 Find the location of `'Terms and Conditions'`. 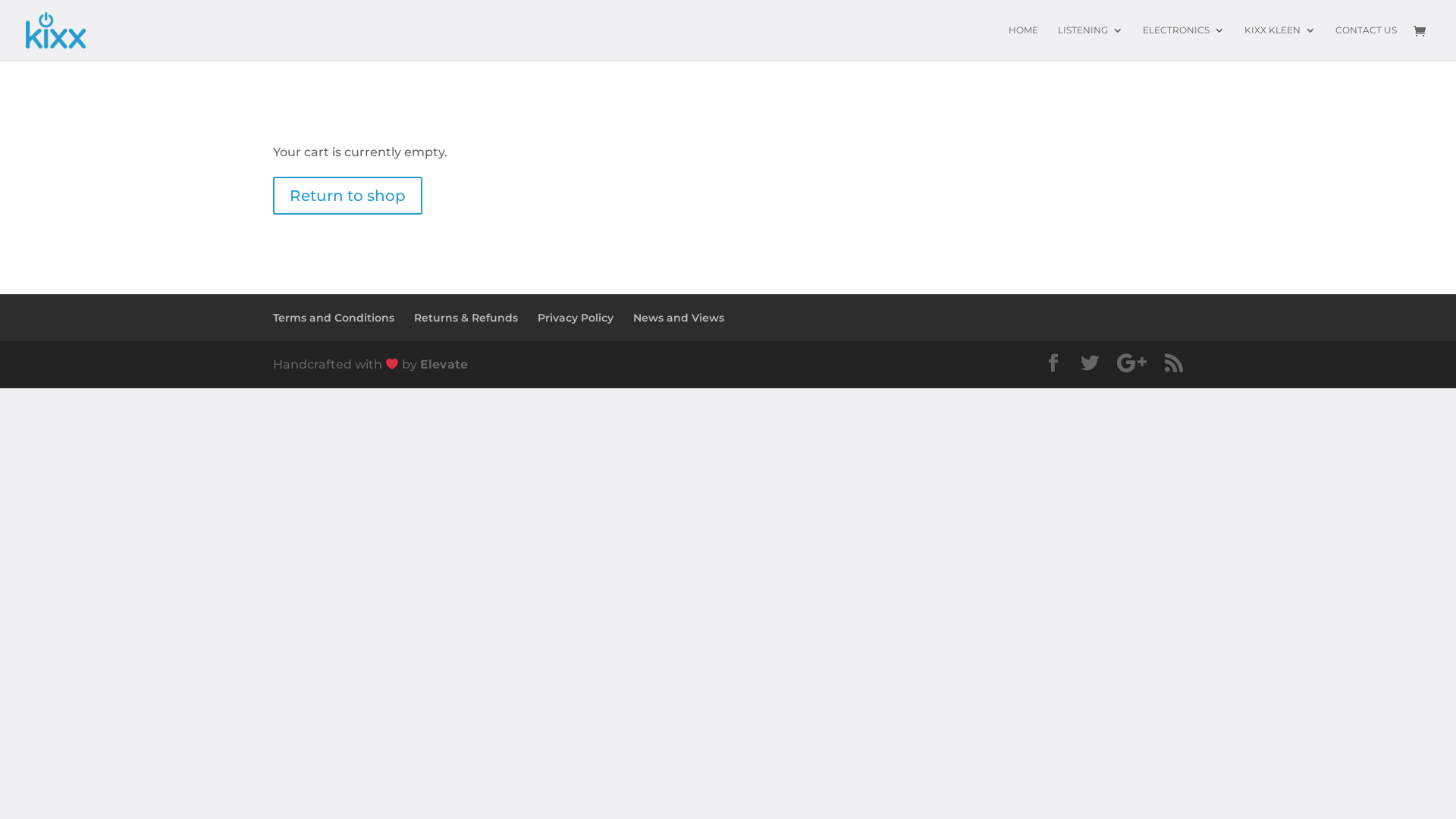

'Terms and Conditions' is located at coordinates (333, 317).